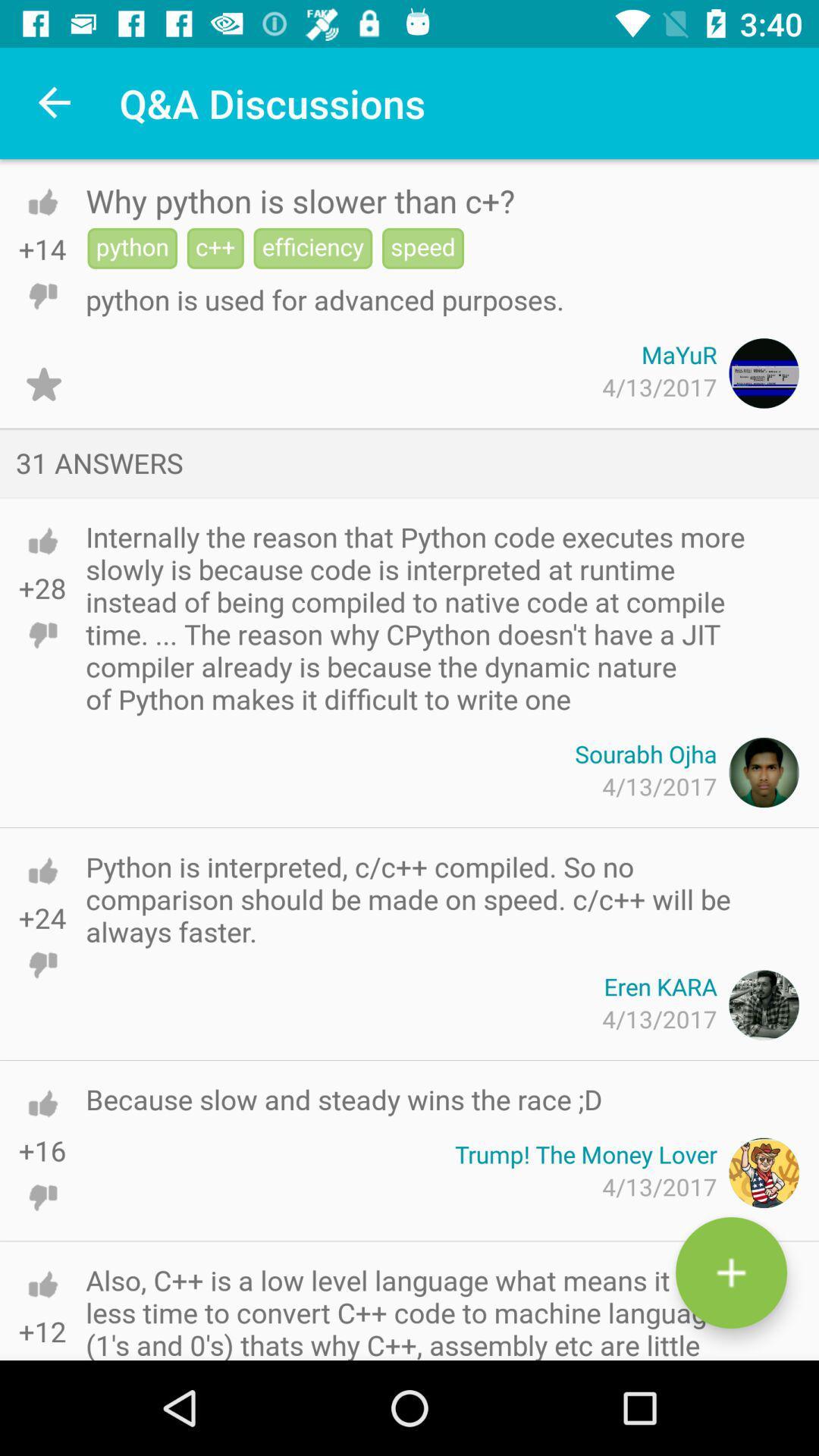 The width and height of the screenshot is (819, 1456). What do you see at coordinates (42, 1348) in the screenshot?
I see `dislike` at bounding box center [42, 1348].